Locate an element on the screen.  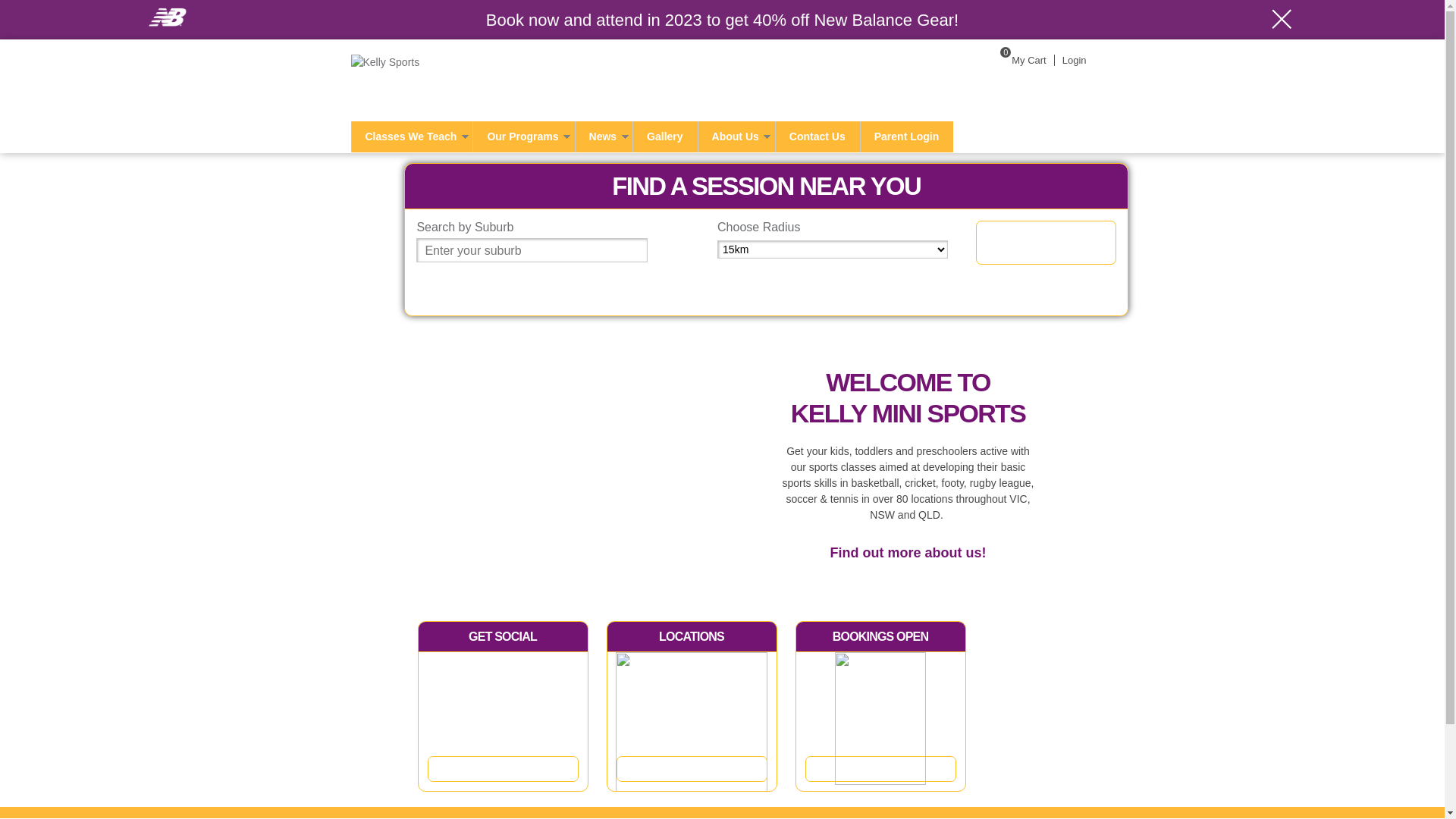
'LIKE US NOW' is located at coordinates (503, 768).